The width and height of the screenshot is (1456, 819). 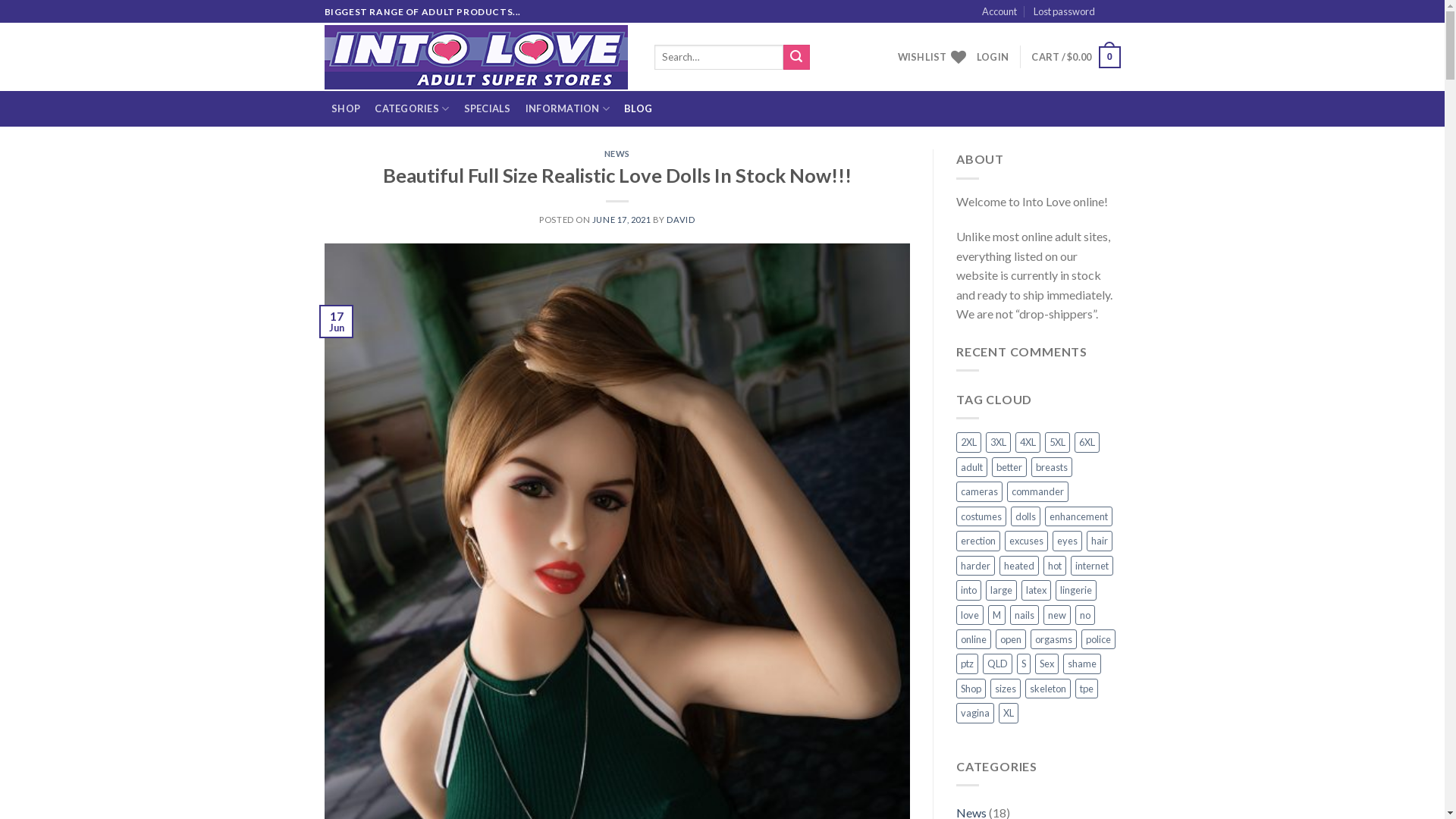 I want to click on '6XL', so click(x=1086, y=441).